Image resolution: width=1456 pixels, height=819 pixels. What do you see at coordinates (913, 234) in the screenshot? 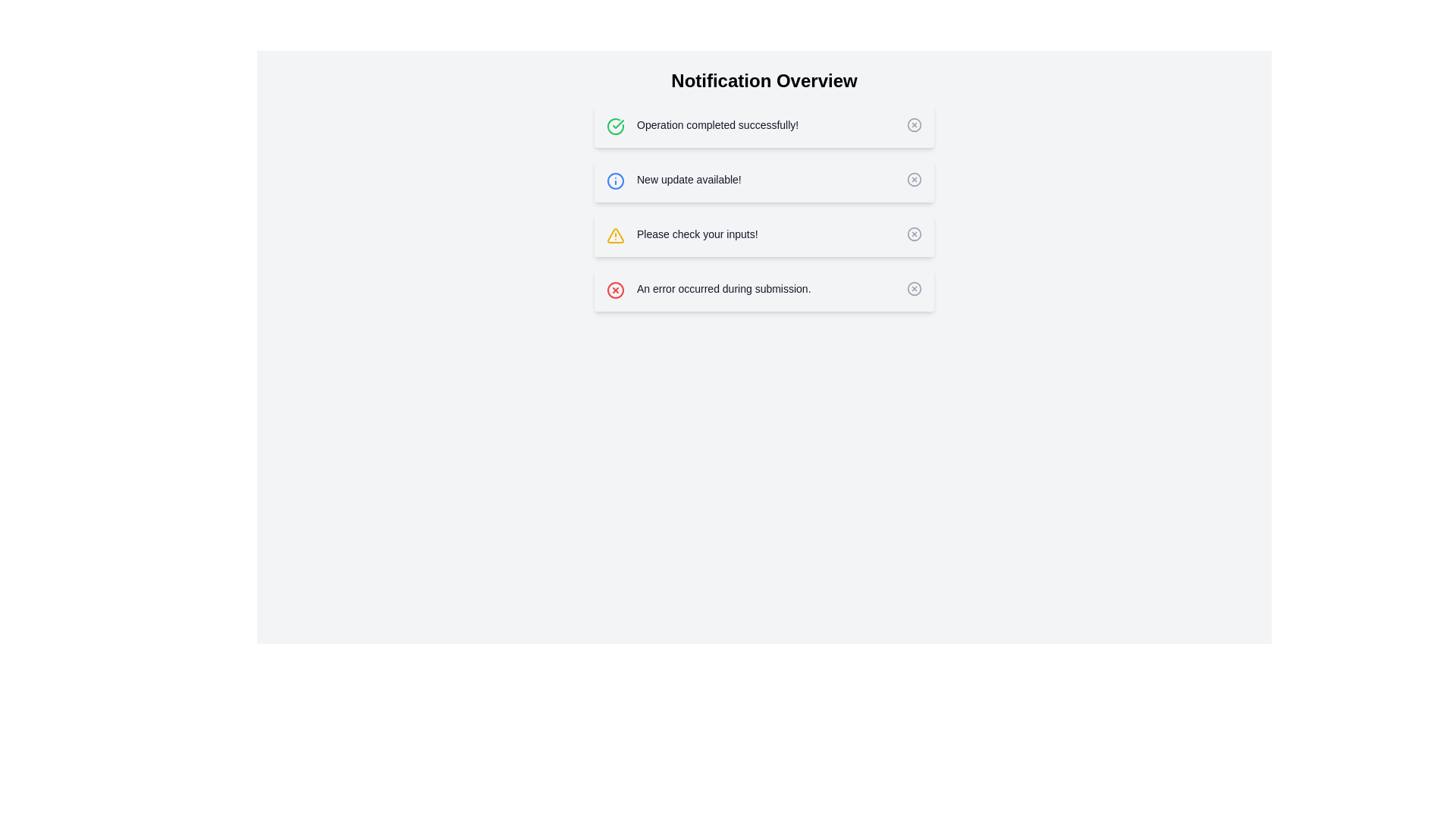
I see `the circular close button, styled in gray, located to the far right of the notification message 'Please check your inputs!', which is the third notification in the list` at bounding box center [913, 234].